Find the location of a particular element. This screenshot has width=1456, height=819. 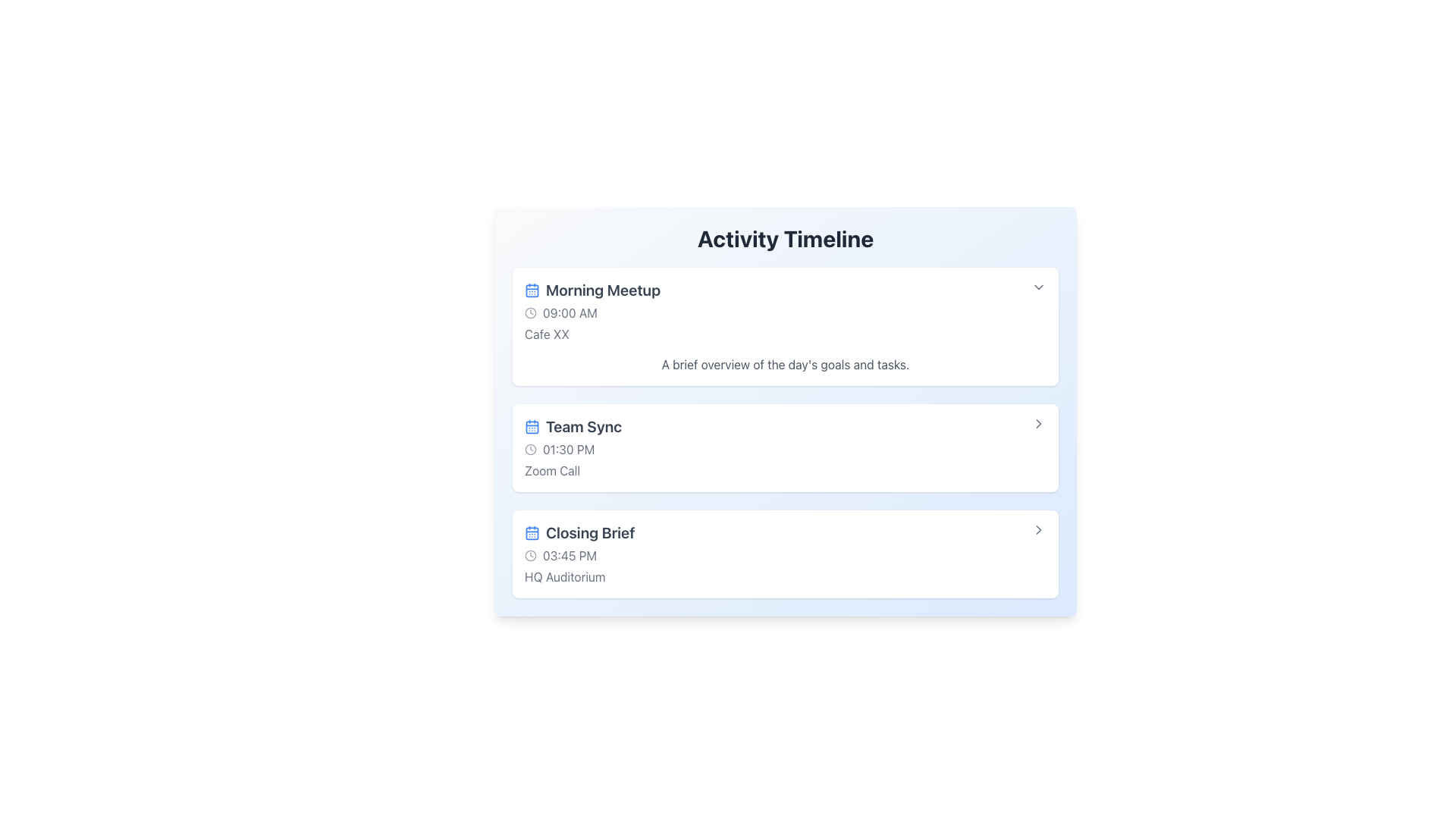

the time icon representing '09:00 AM' in the Activity Timeline, positioned to the left of the time text is located at coordinates (531, 312).